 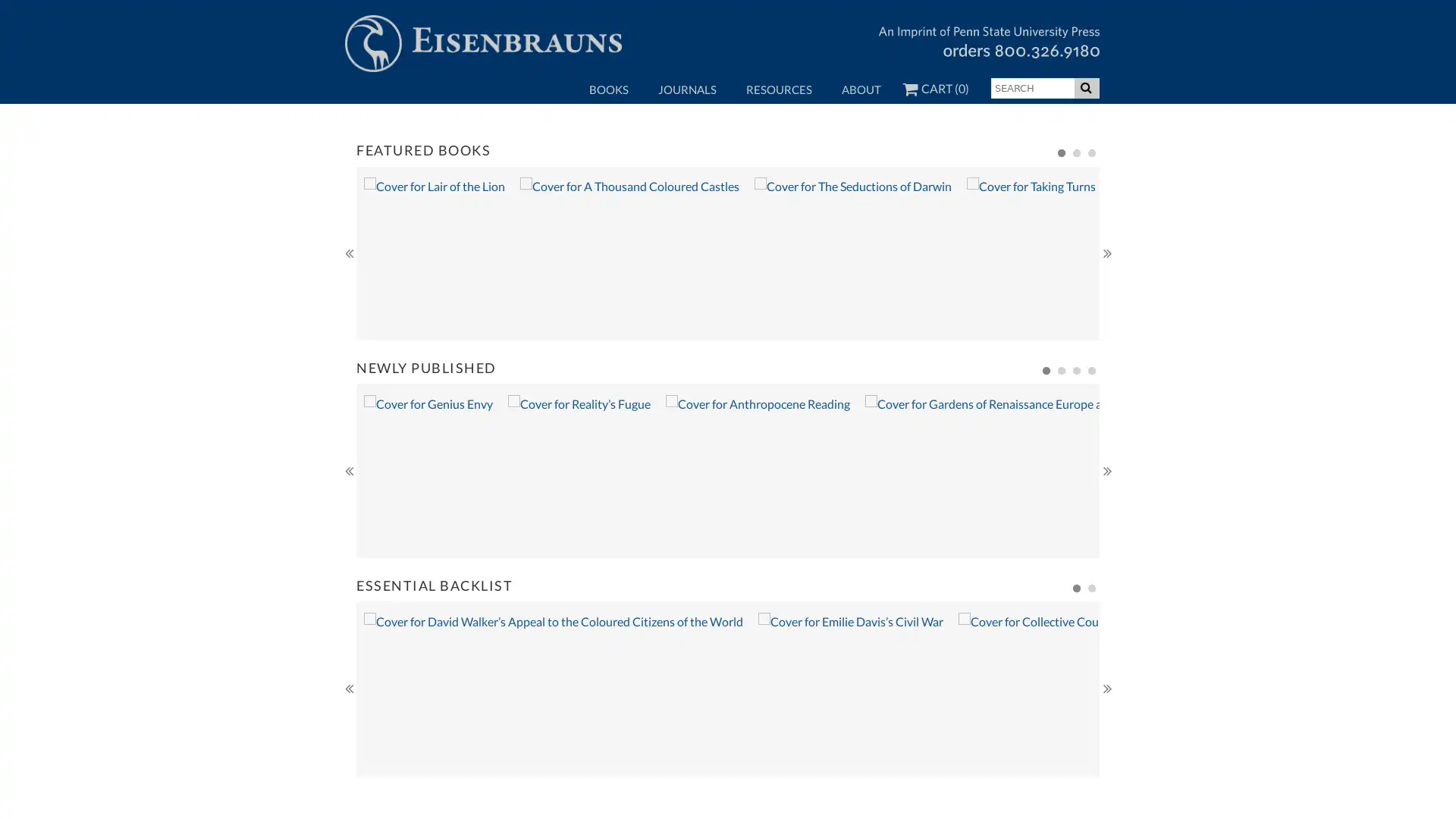 What do you see at coordinates (1092, 588) in the screenshot?
I see `2` at bounding box center [1092, 588].